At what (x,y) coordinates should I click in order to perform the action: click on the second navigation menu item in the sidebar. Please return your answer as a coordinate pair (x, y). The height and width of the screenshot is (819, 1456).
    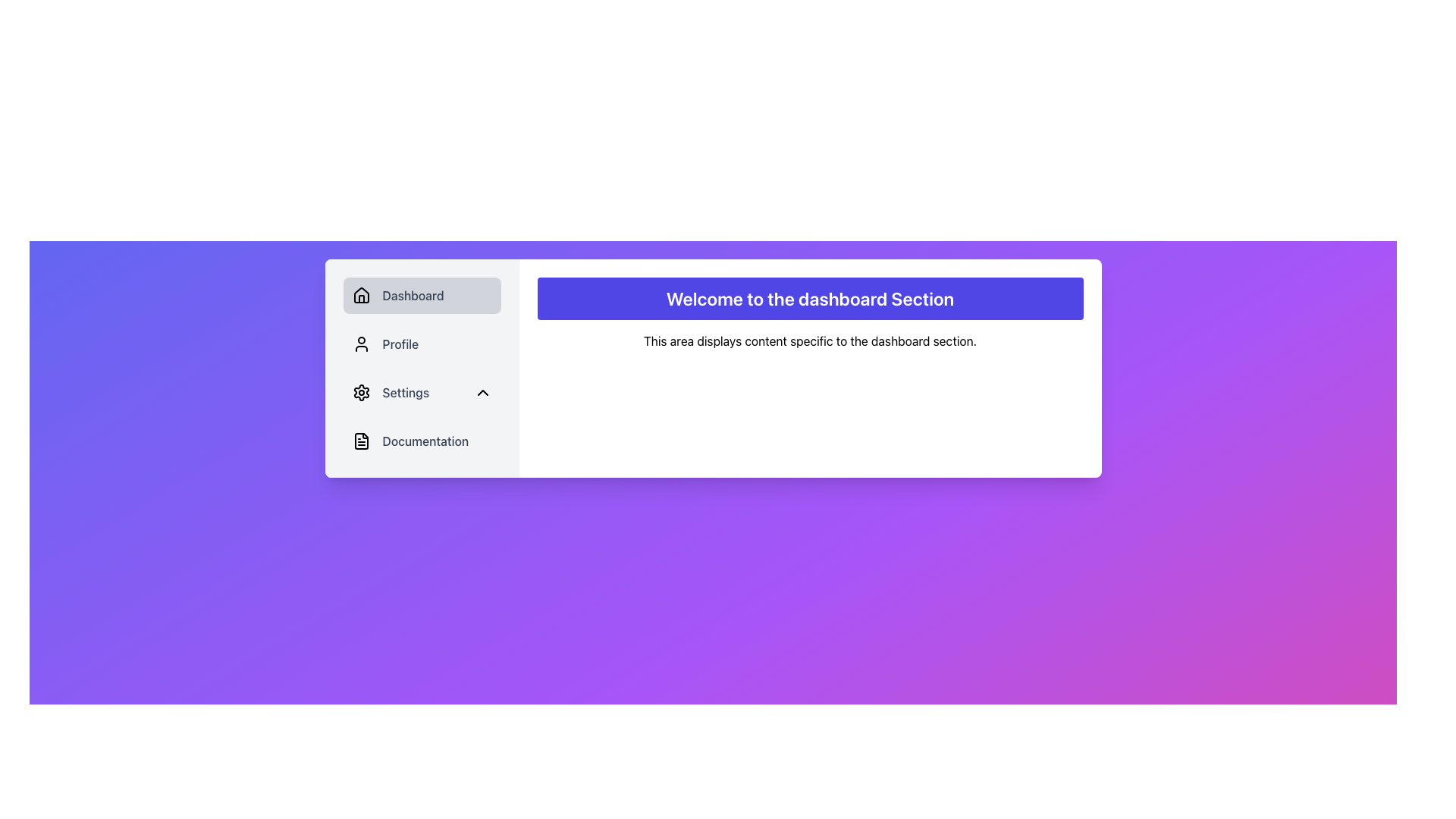
    Looking at the image, I should click on (422, 344).